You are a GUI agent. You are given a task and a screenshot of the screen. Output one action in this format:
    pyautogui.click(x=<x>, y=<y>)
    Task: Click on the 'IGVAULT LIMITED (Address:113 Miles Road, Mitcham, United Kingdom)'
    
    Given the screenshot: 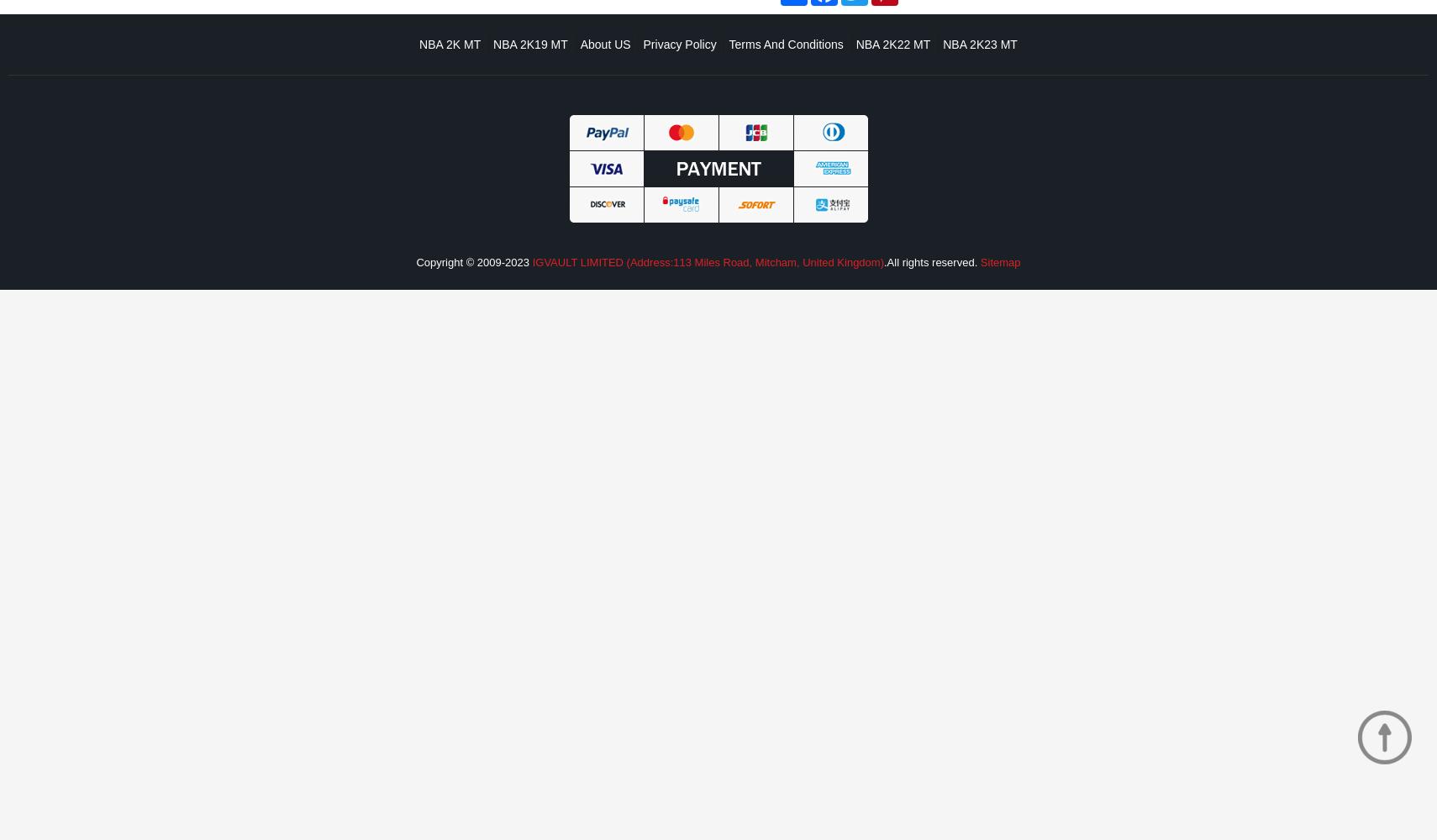 What is the action you would take?
    pyautogui.click(x=708, y=262)
    